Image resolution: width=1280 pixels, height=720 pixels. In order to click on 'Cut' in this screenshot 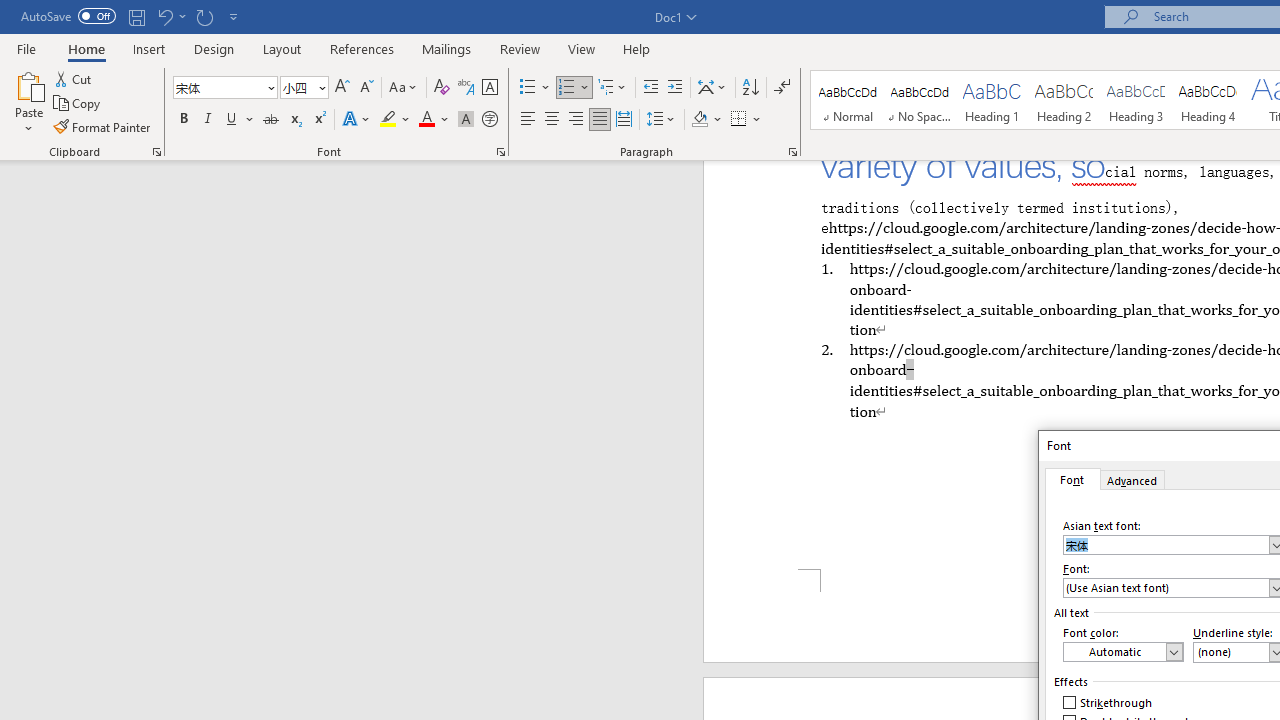, I will do `click(74, 78)`.